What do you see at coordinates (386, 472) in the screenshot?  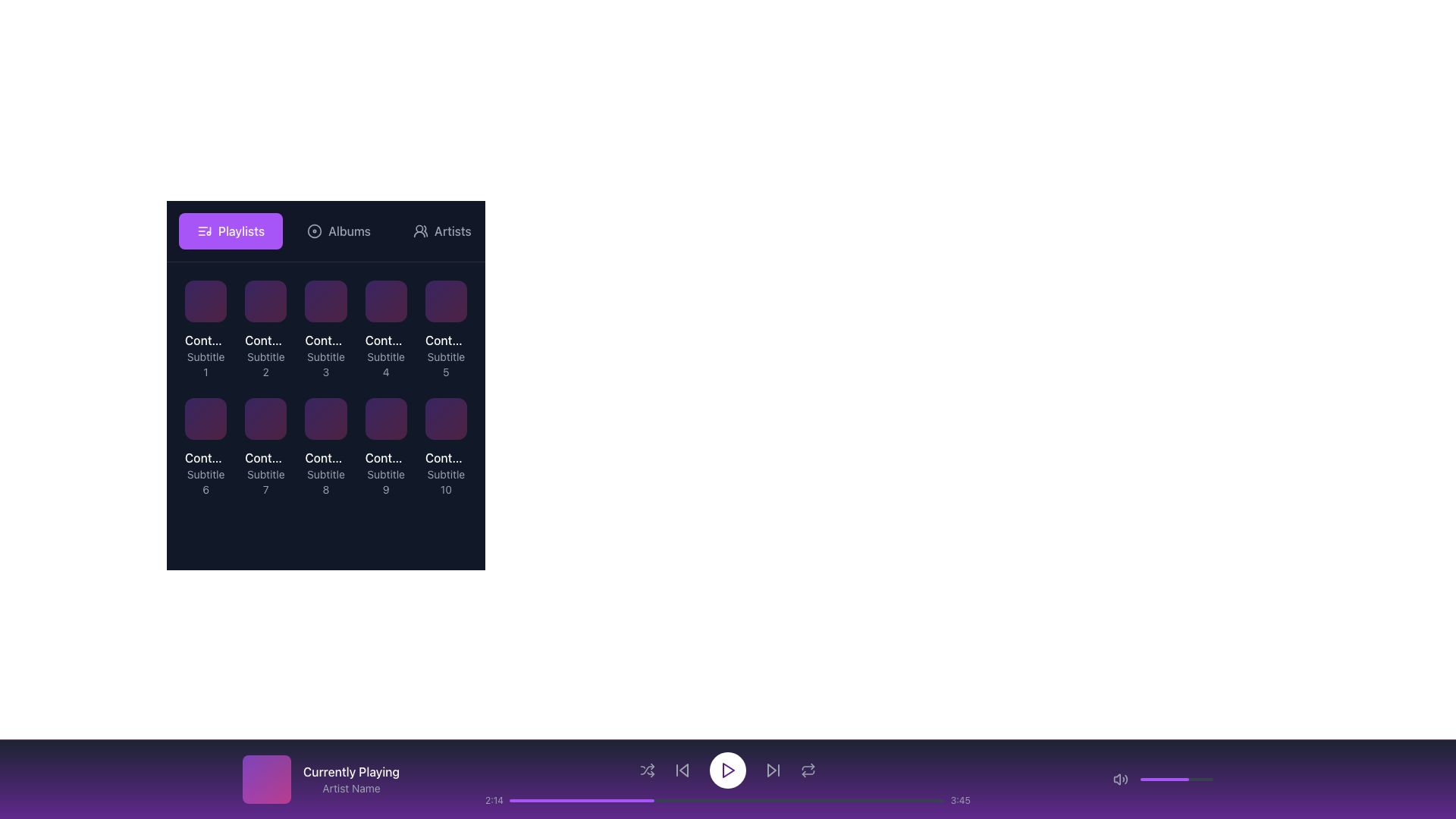 I see `the composite label displaying the title and subtitle of a selectable content item located in the bottom-left quadrant of the application interface` at bounding box center [386, 472].